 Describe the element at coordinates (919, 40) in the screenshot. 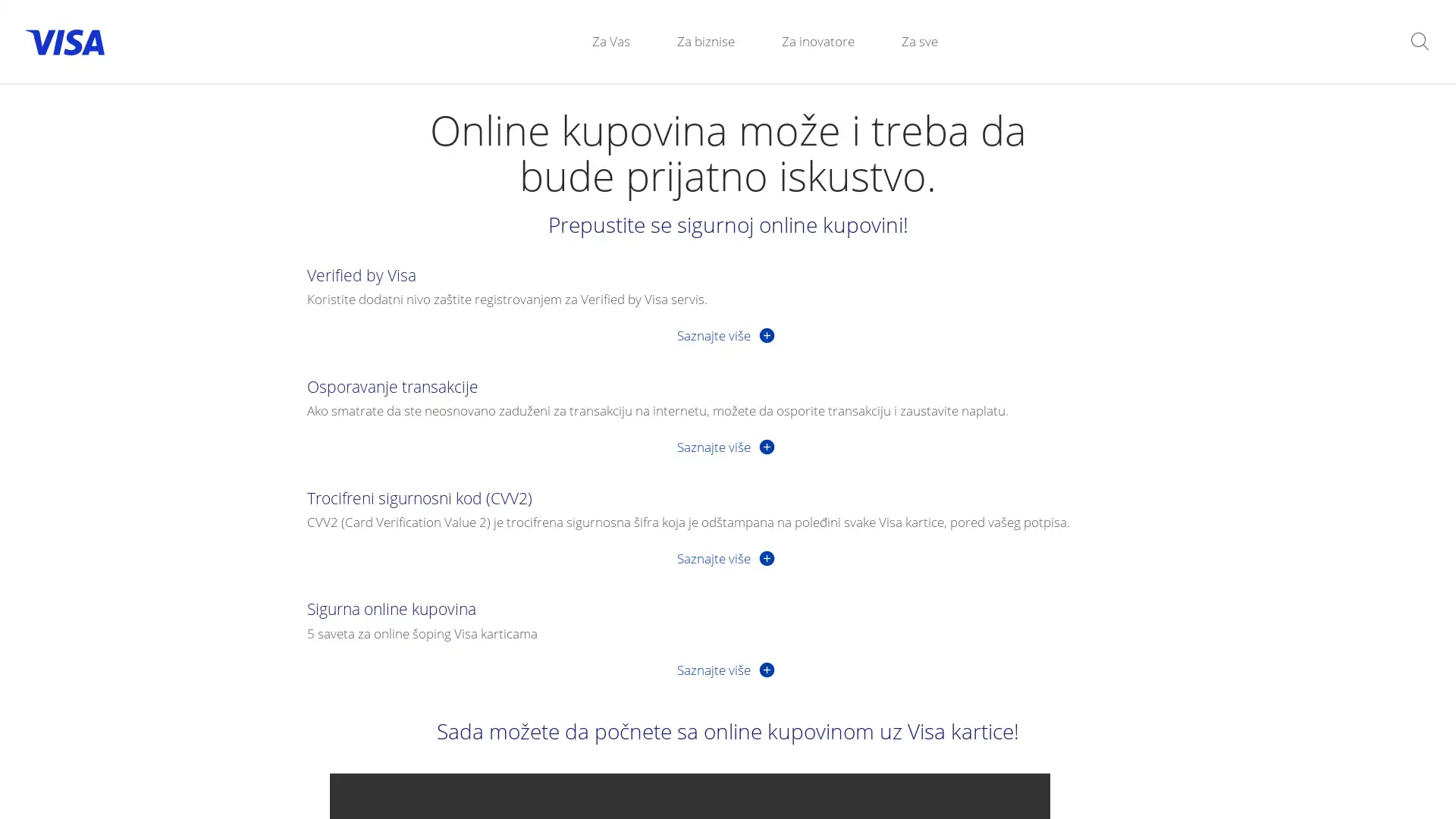

I see `Za sve` at that location.